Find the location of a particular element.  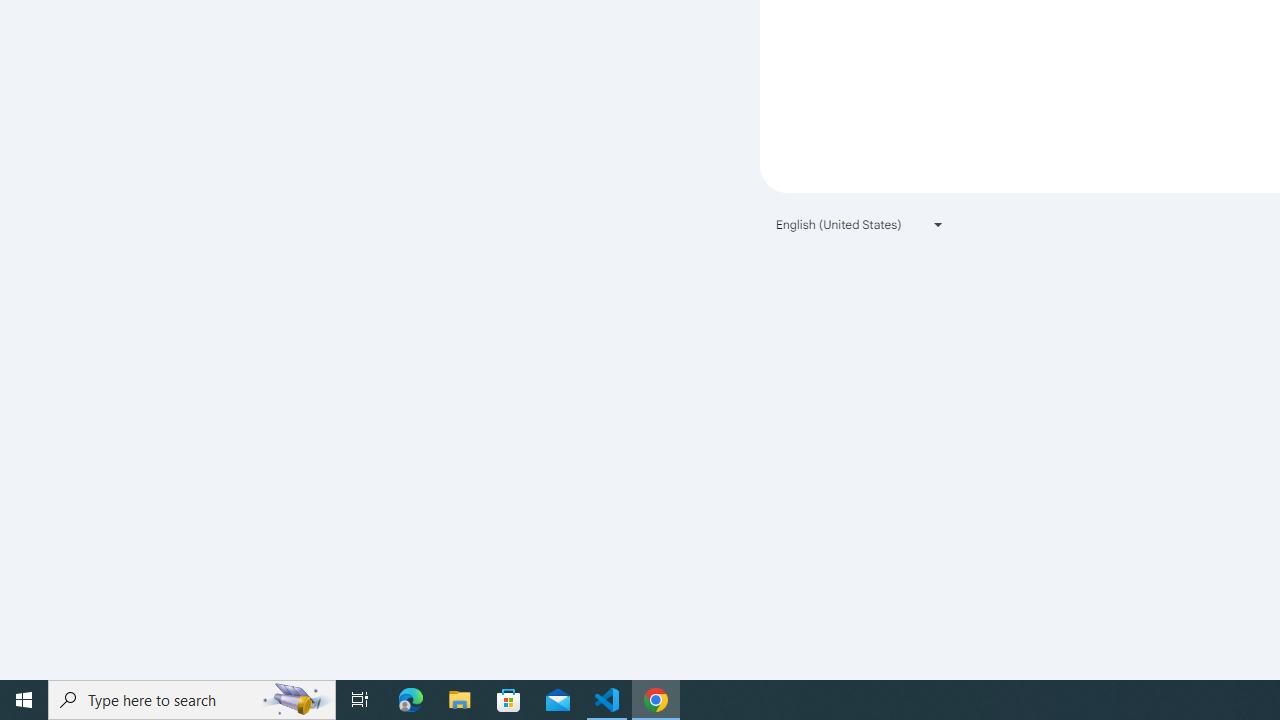

'English (United States)' is located at coordinates (860, 224).